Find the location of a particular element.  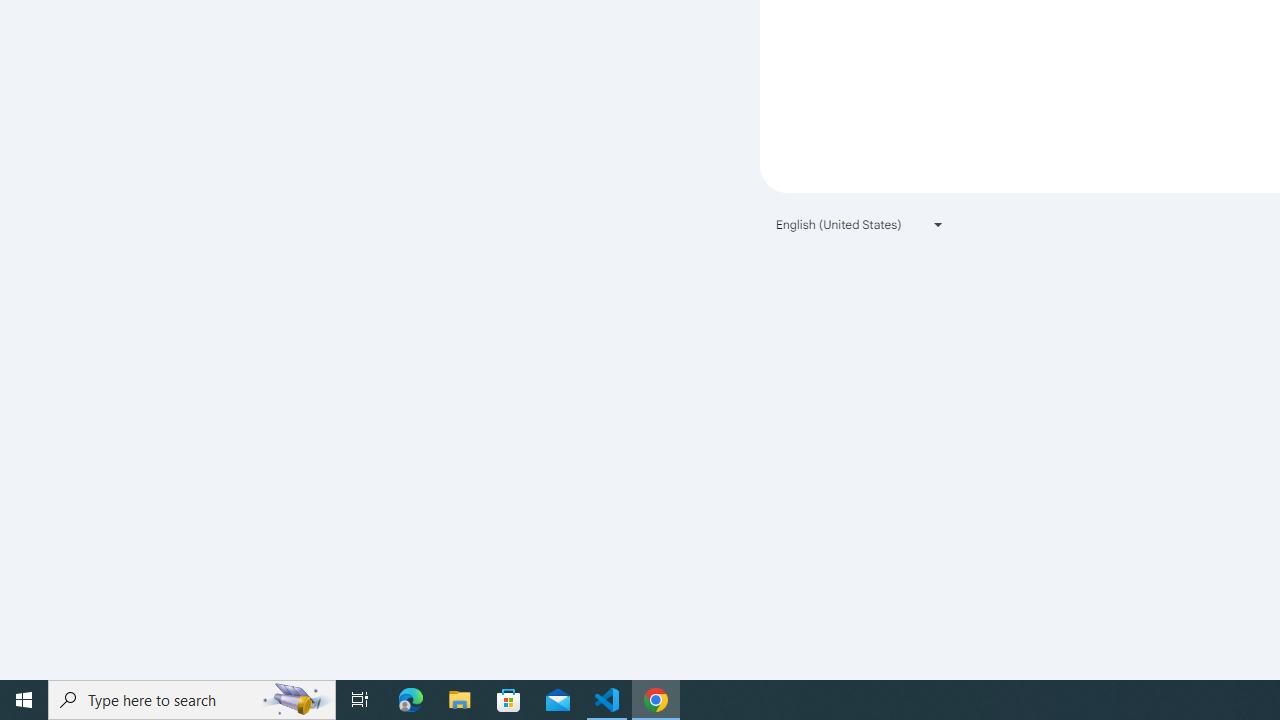

'English (United States)' is located at coordinates (860, 224).